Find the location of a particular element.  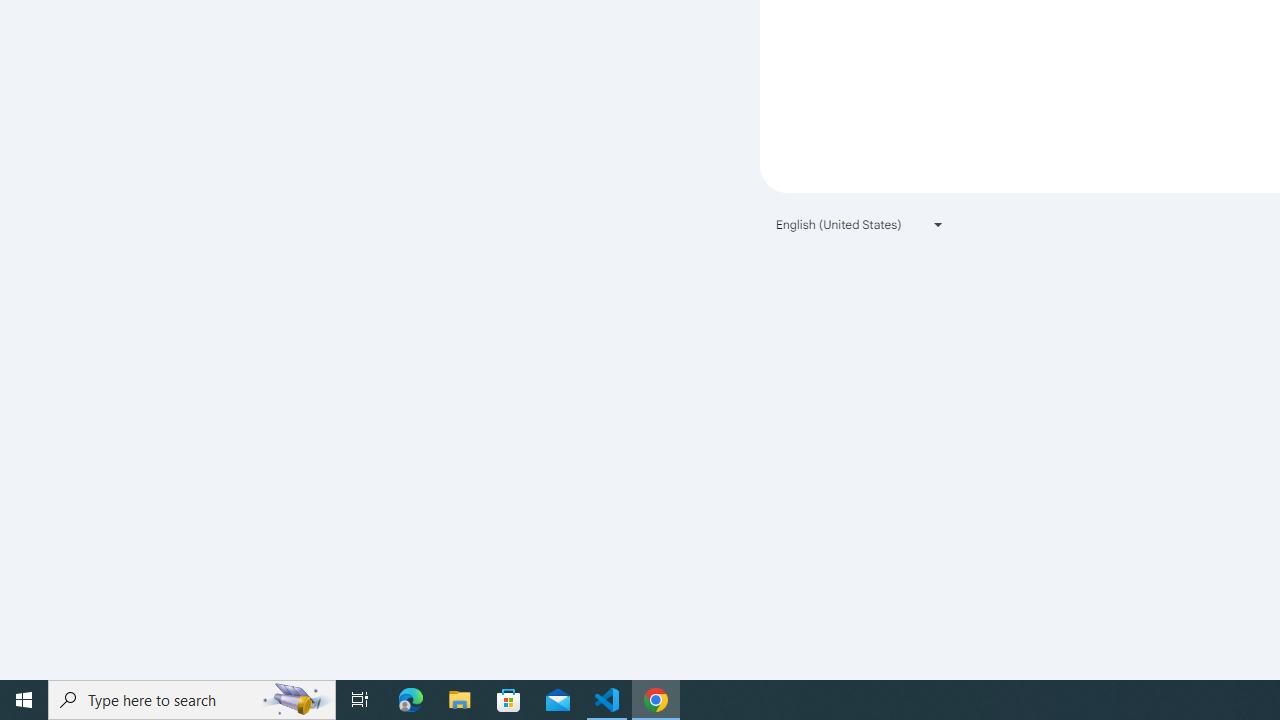

'English (United States)' is located at coordinates (860, 224).